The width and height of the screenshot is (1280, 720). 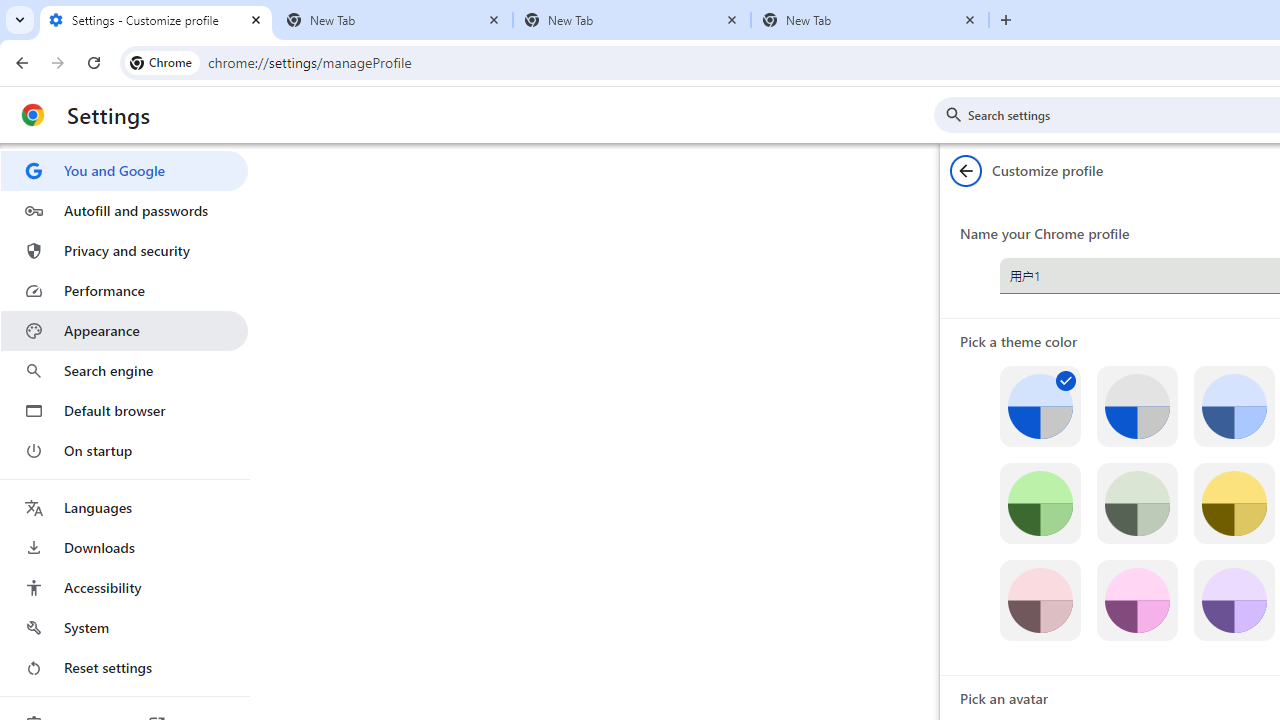 What do you see at coordinates (123, 506) in the screenshot?
I see `'Languages'` at bounding box center [123, 506].